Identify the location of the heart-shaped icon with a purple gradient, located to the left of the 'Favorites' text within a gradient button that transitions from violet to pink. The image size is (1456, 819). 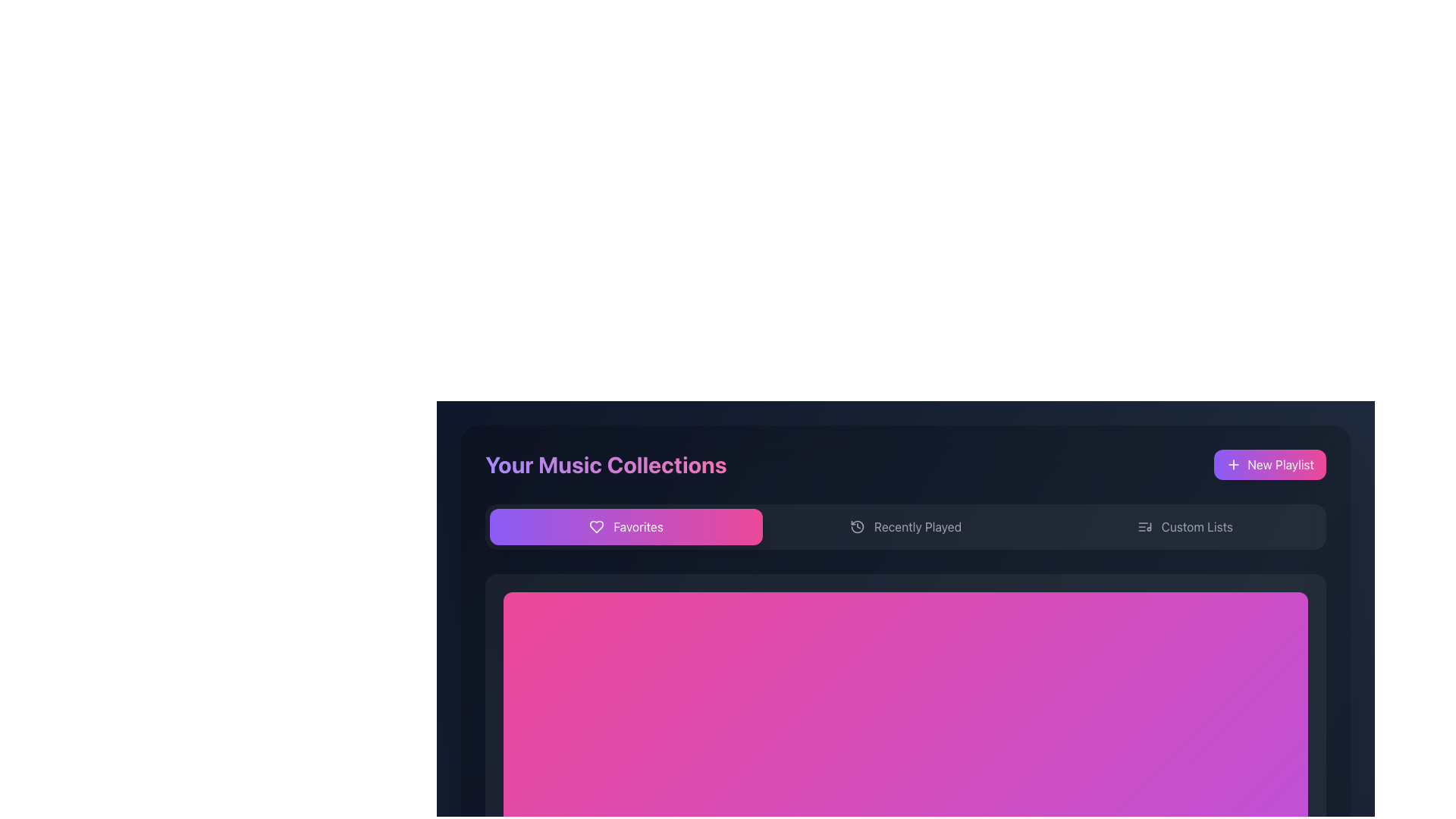
(596, 526).